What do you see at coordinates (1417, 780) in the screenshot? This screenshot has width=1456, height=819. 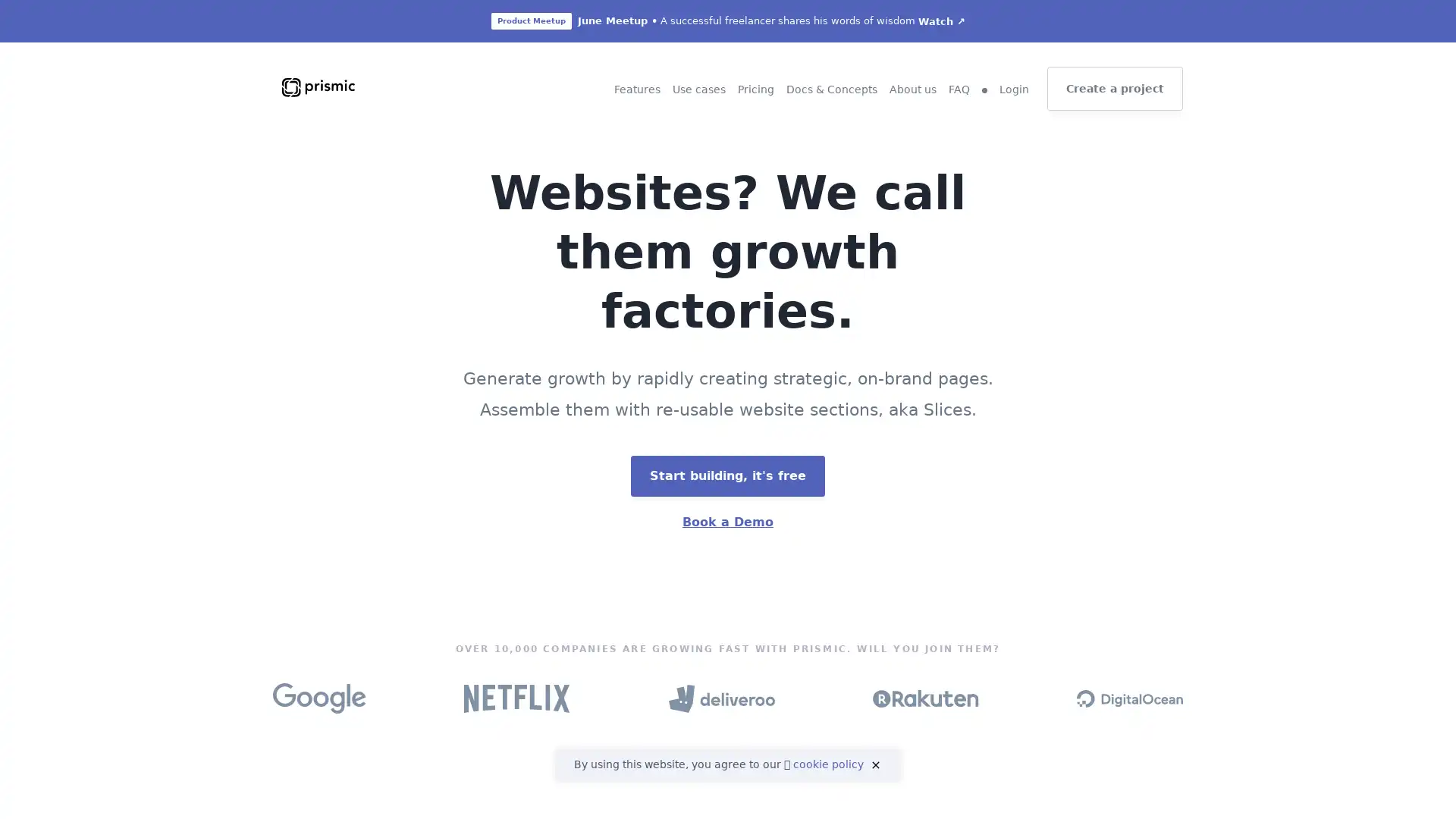 I see `Open Intercom Messenger` at bounding box center [1417, 780].